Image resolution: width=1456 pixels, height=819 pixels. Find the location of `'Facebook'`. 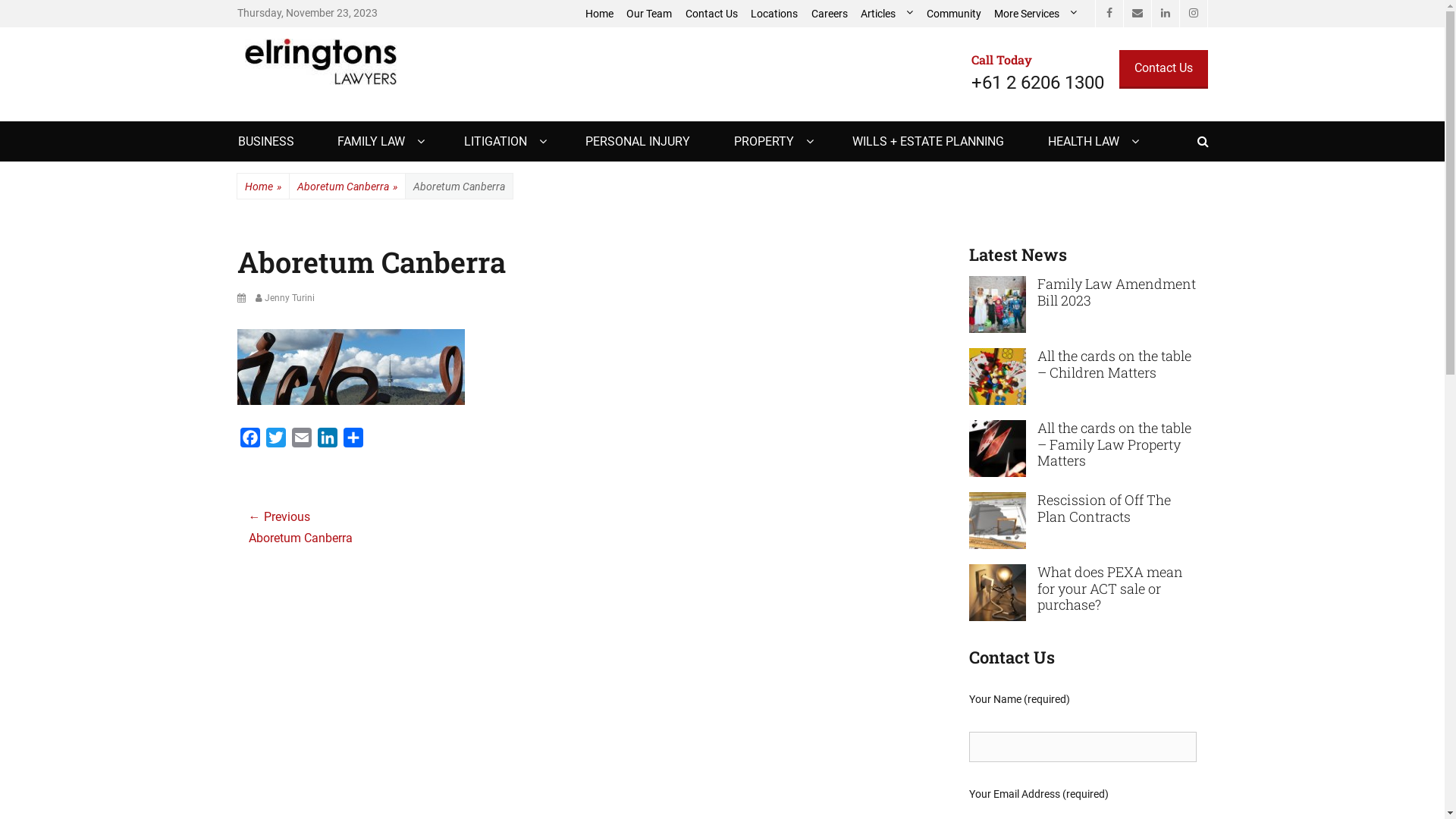

'Facebook' is located at coordinates (1109, 14).